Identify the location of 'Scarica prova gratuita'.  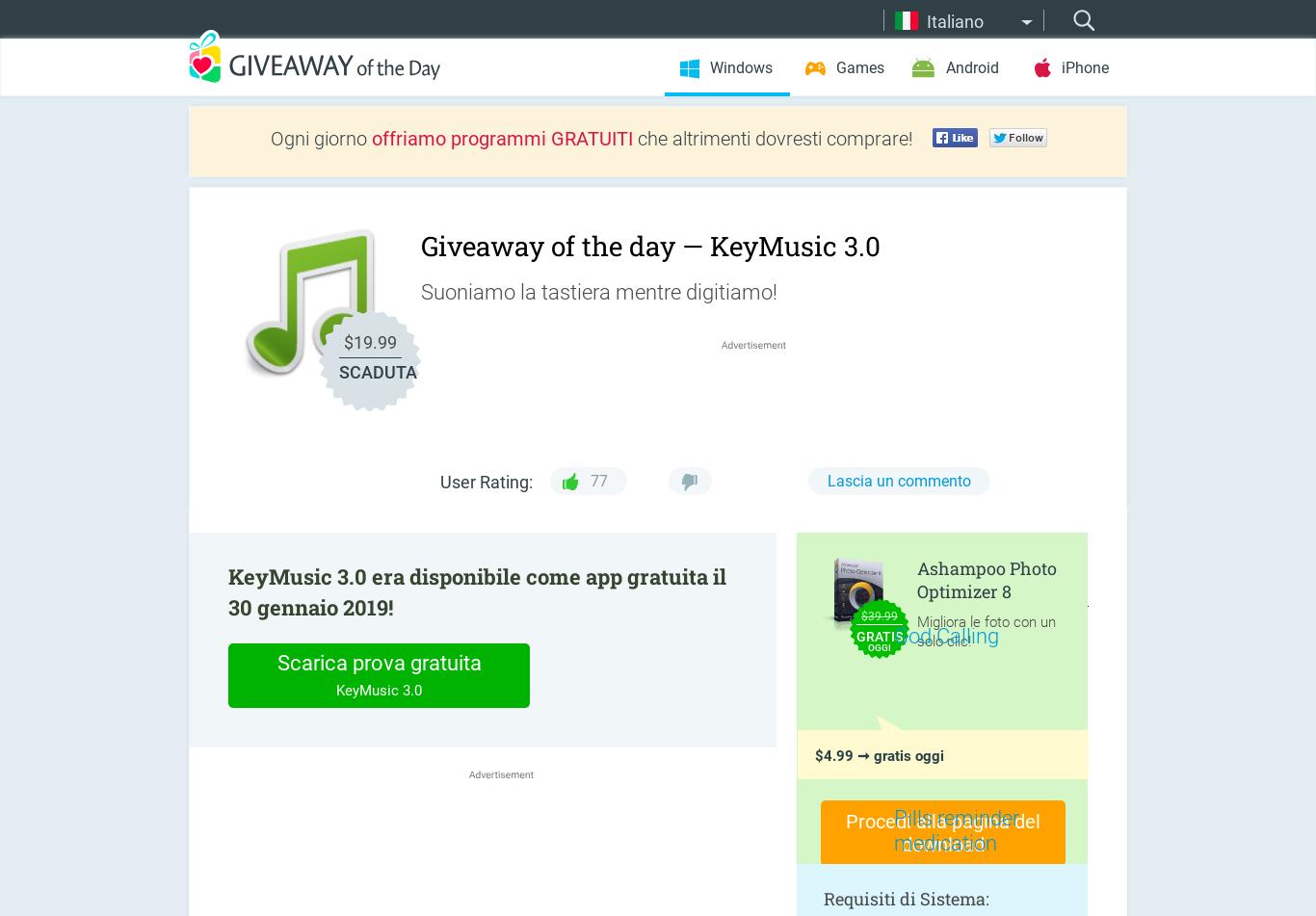
(377, 661).